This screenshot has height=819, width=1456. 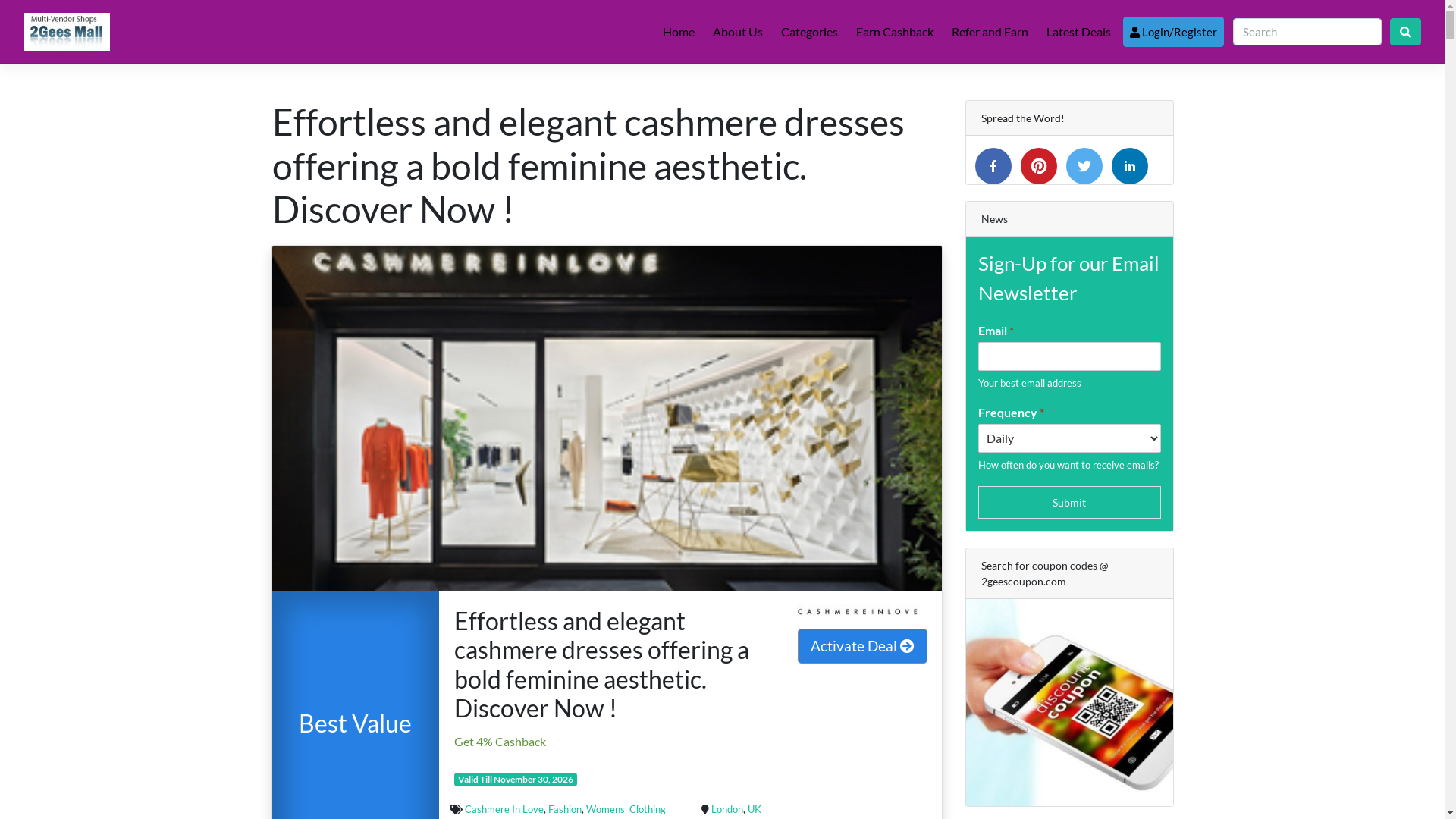 I want to click on 'Womens' Clothing', so click(x=626, y=808).